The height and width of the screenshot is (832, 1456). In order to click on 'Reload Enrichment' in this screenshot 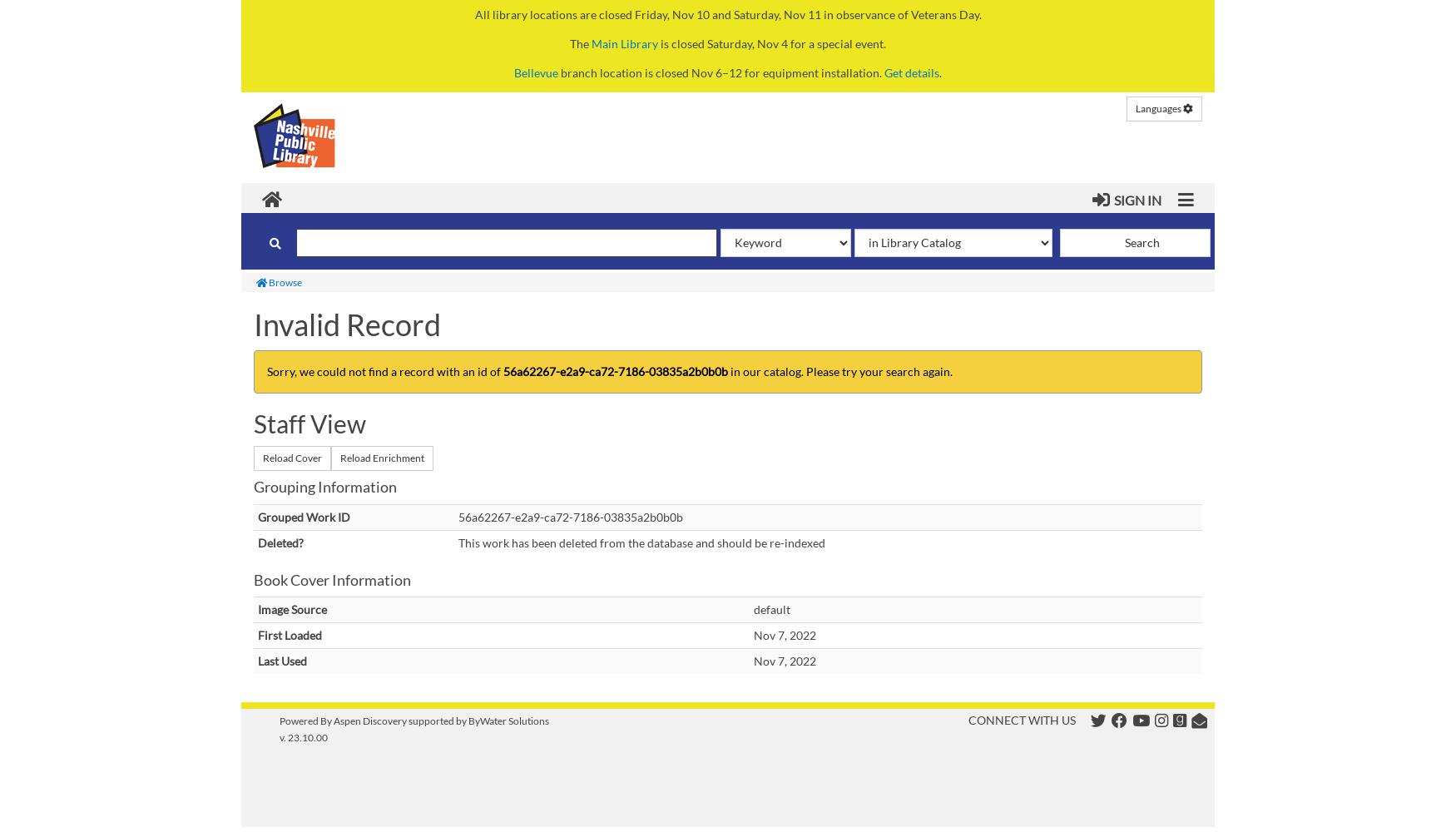, I will do `click(339, 457)`.